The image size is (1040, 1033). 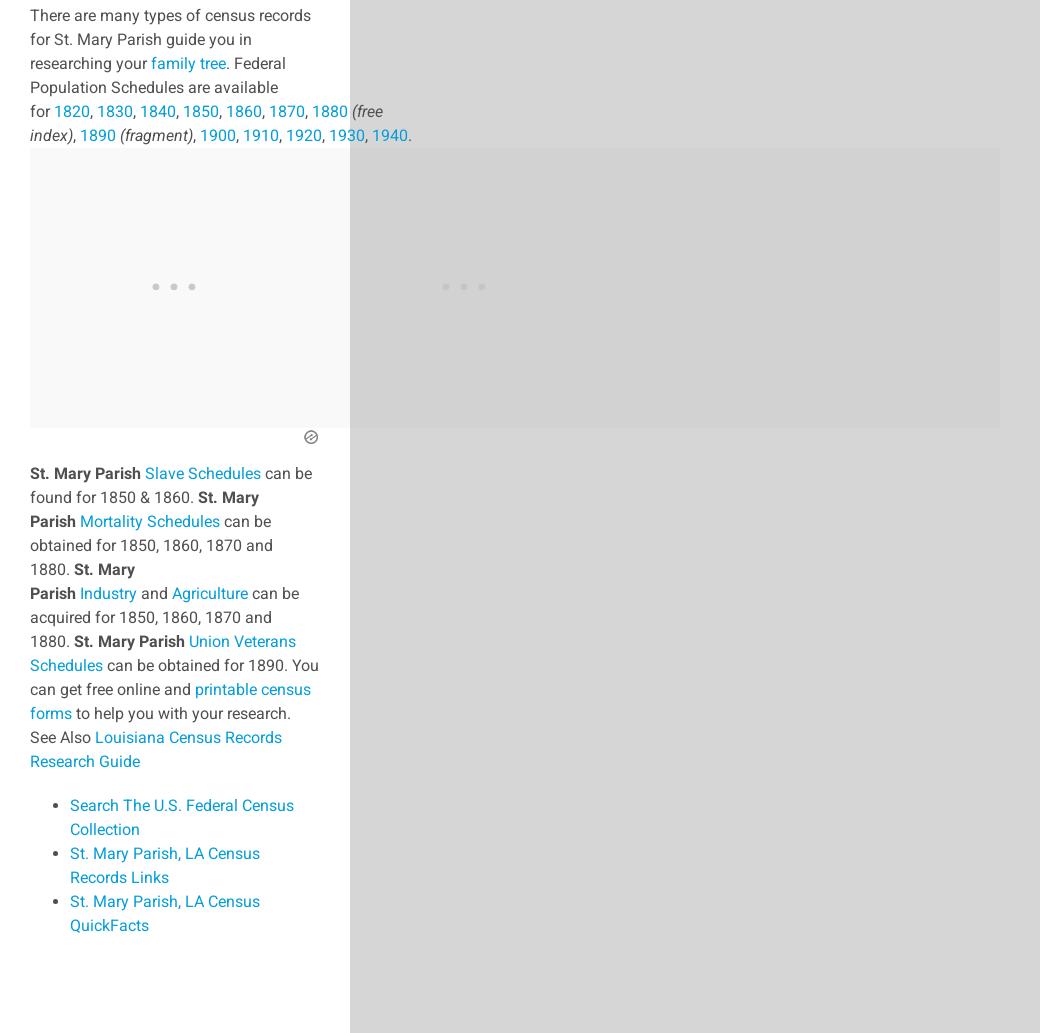 I want to click on '(free index)', so click(x=206, y=122).